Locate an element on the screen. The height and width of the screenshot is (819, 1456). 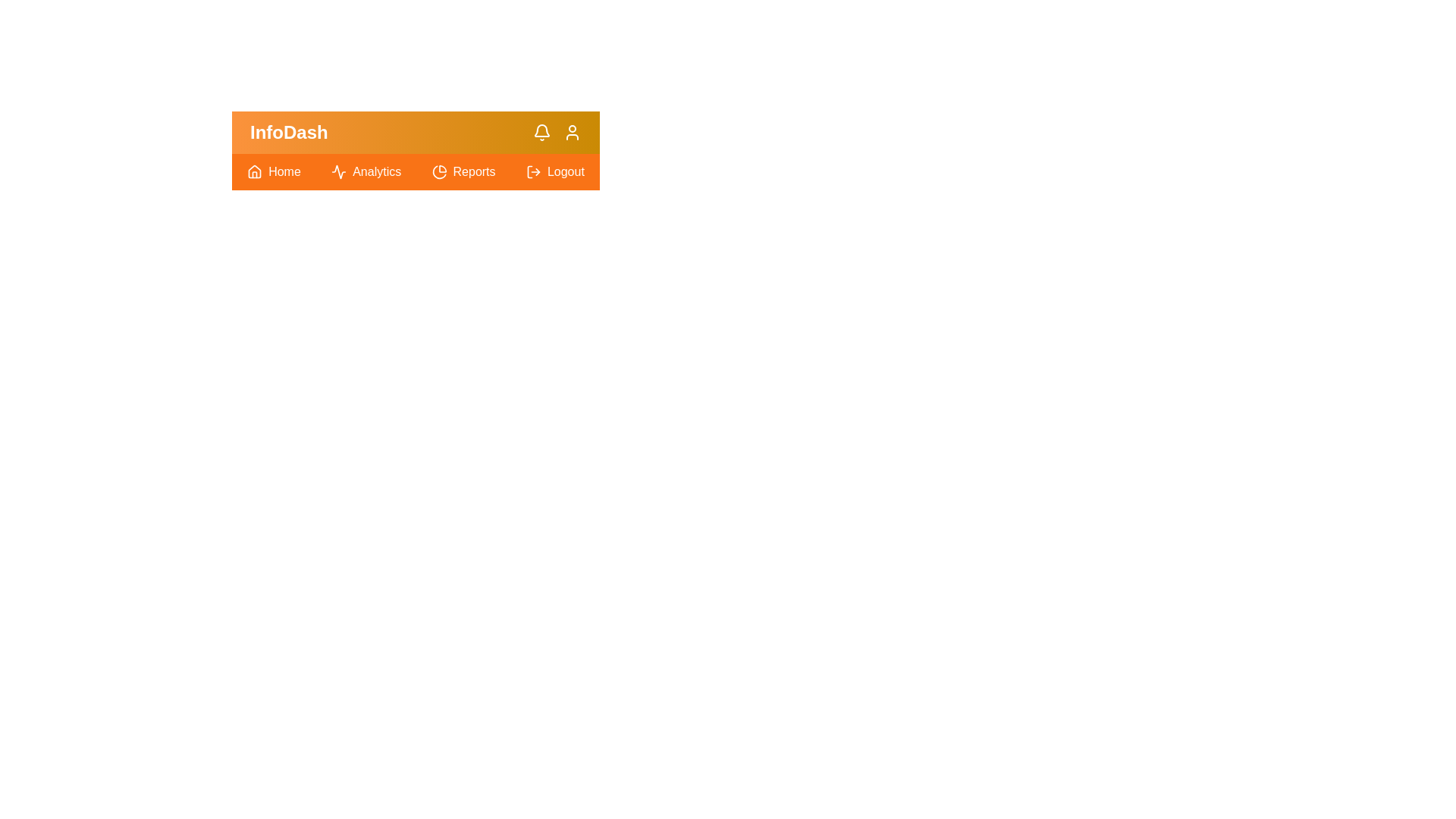
the 'Logout' link to log out is located at coordinates (554, 171).